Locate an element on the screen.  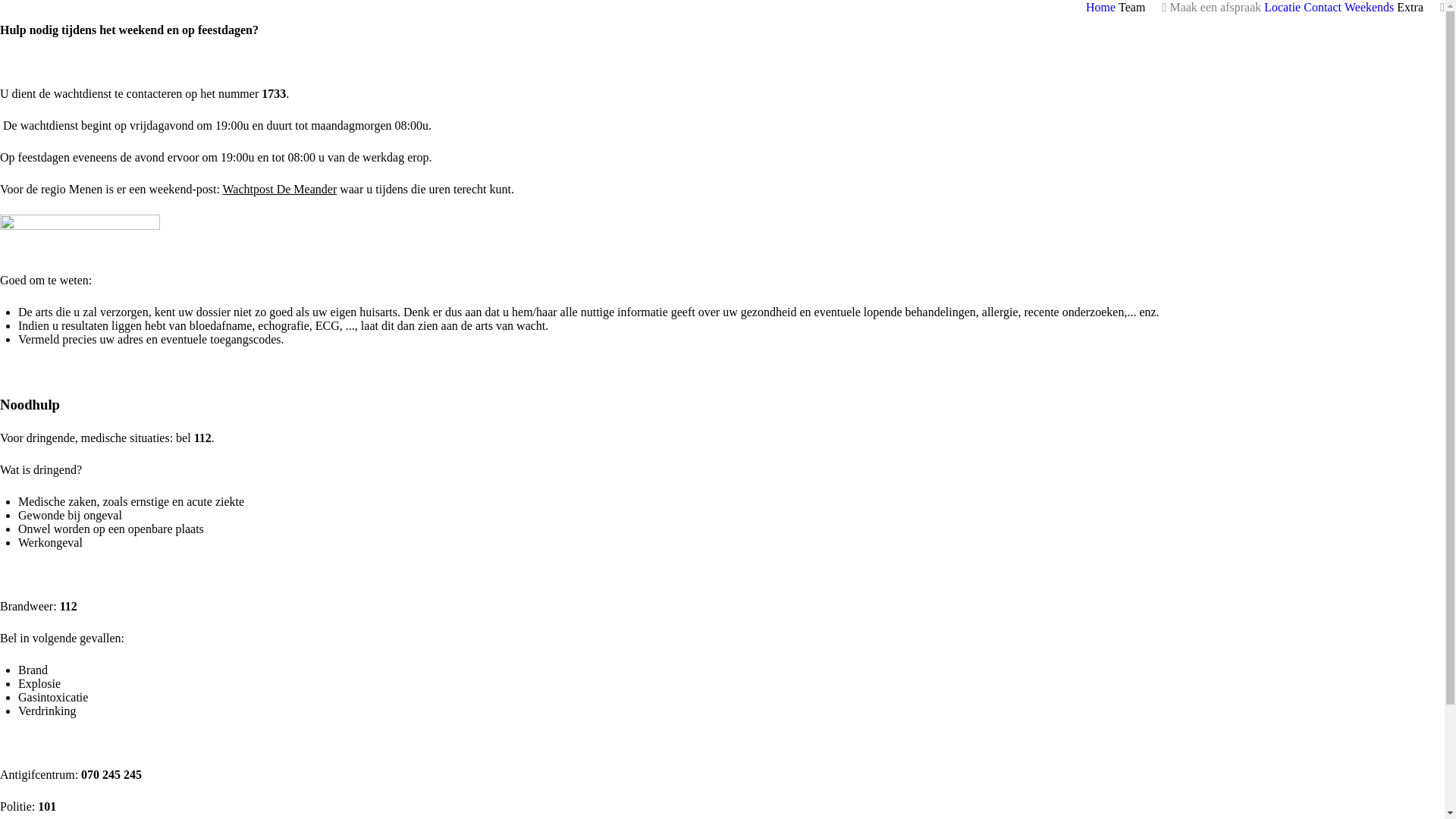
'Locatie' is located at coordinates (1281, 7).